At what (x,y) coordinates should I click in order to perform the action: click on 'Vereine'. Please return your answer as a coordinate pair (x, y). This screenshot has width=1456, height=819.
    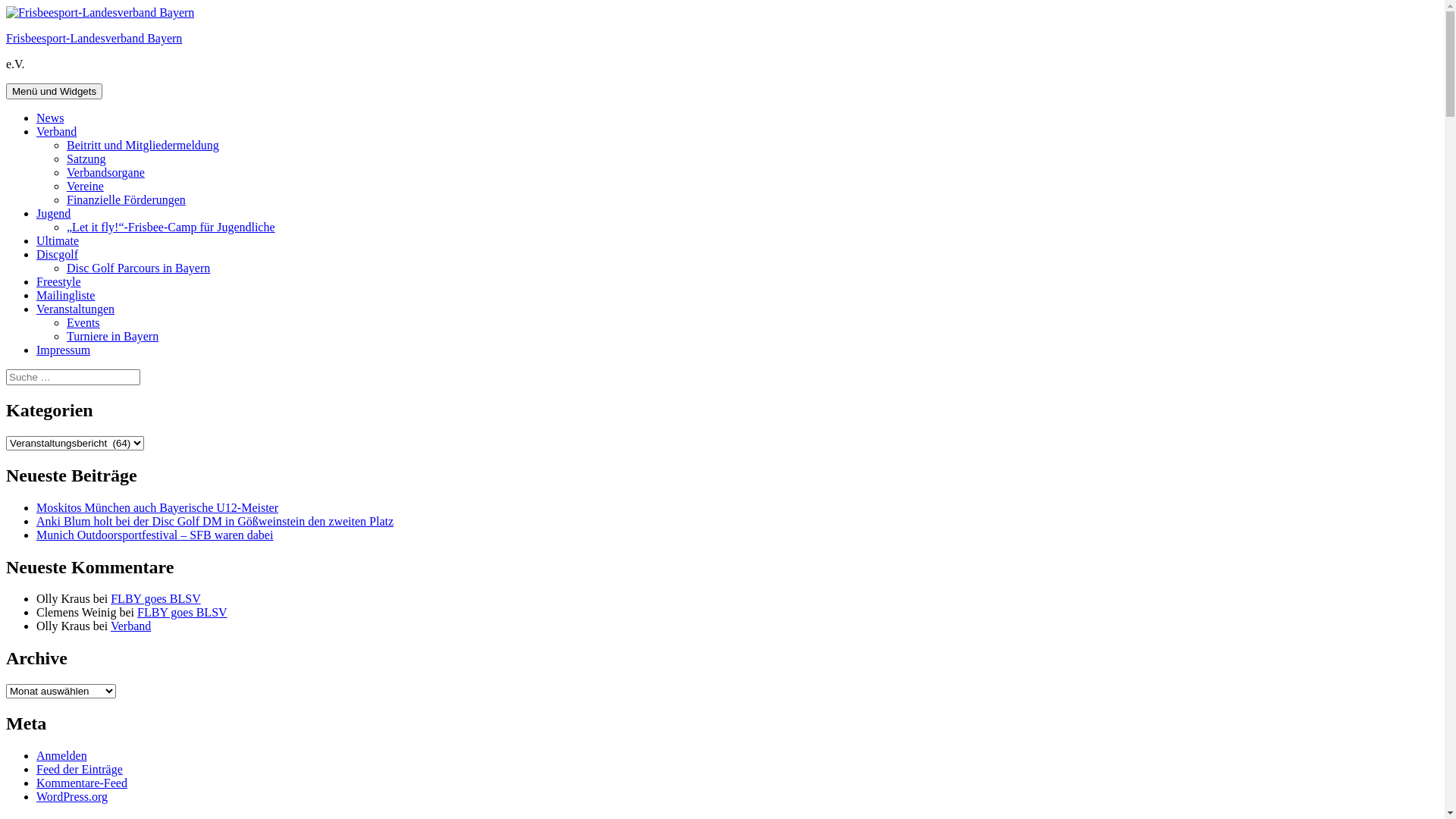
    Looking at the image, I should click on (84, 185).